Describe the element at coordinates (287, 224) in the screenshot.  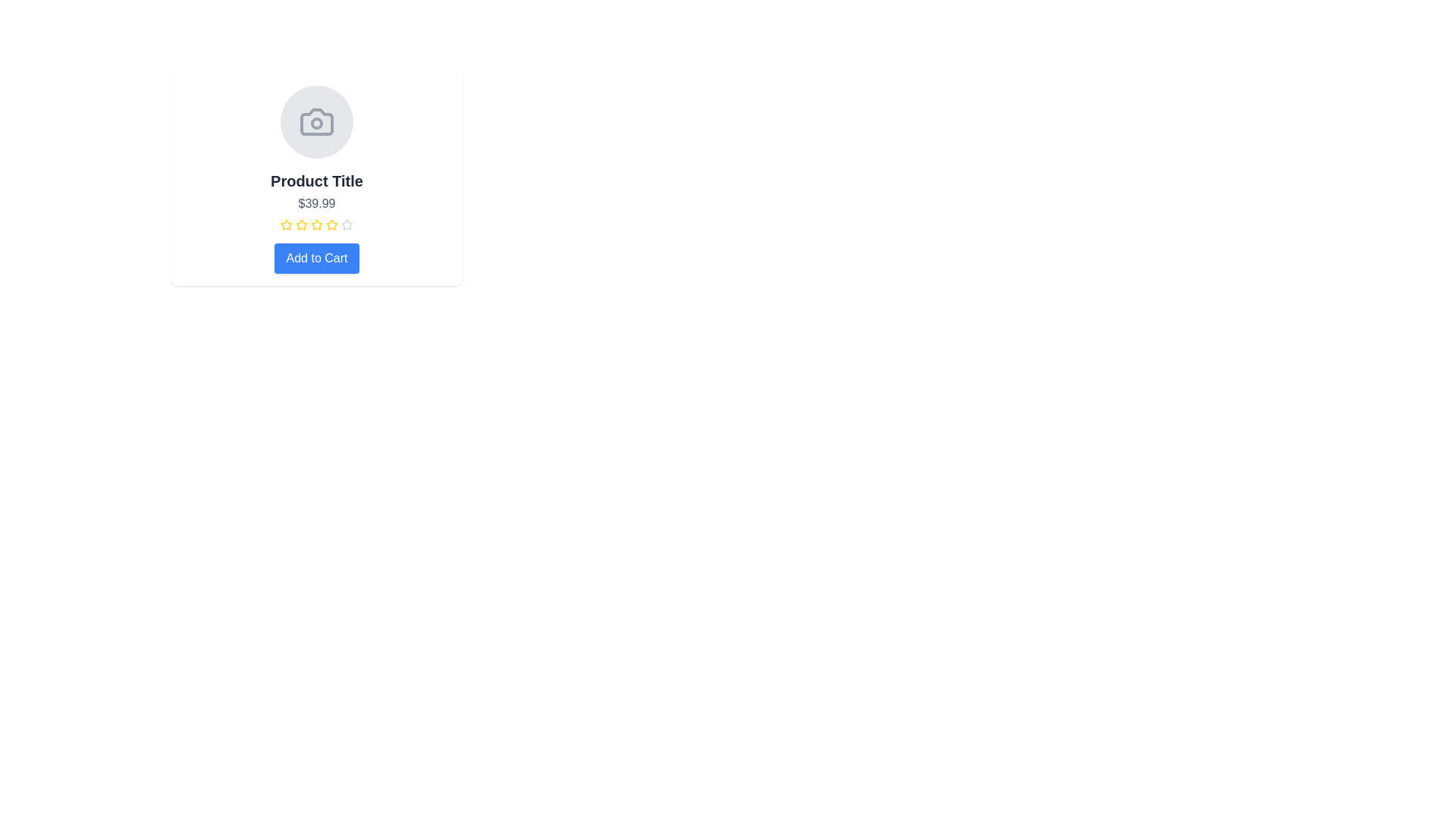
I see `the second yellow star icon in the rating system, located below the product title and price, and above the 'Add to Cart' button` at that location.